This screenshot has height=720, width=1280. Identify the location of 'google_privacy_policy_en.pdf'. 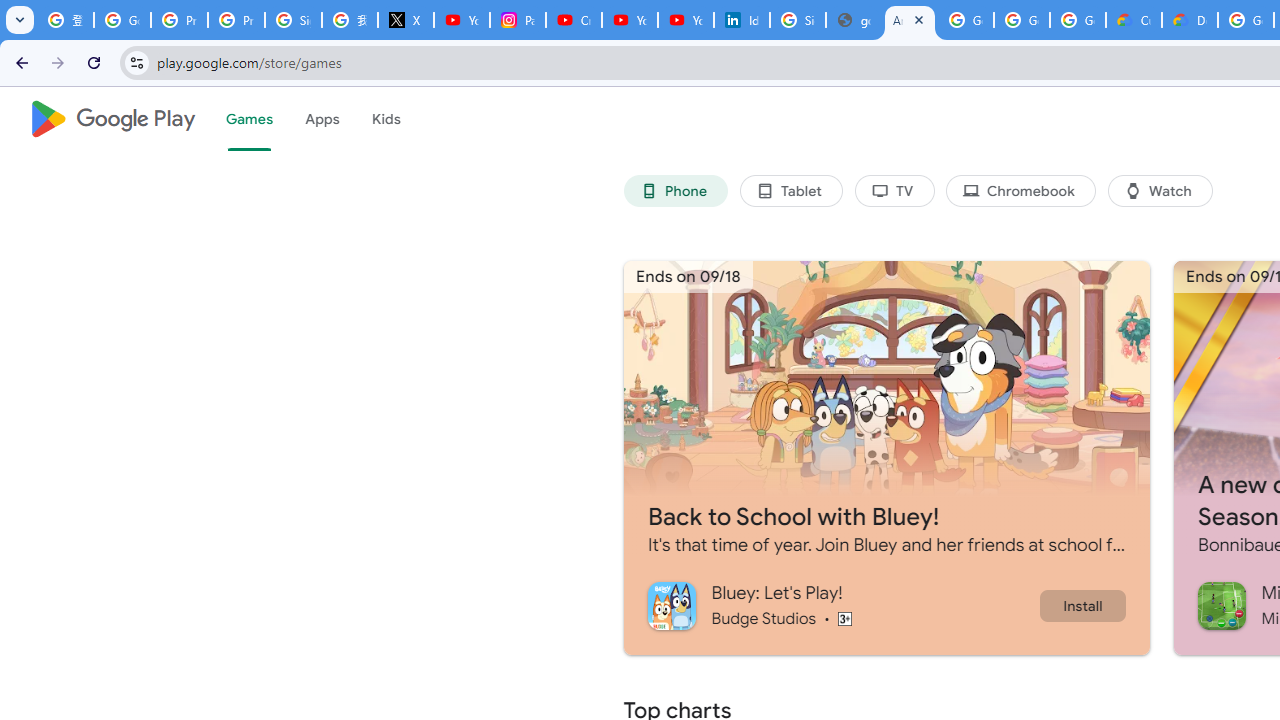
(853, 20).